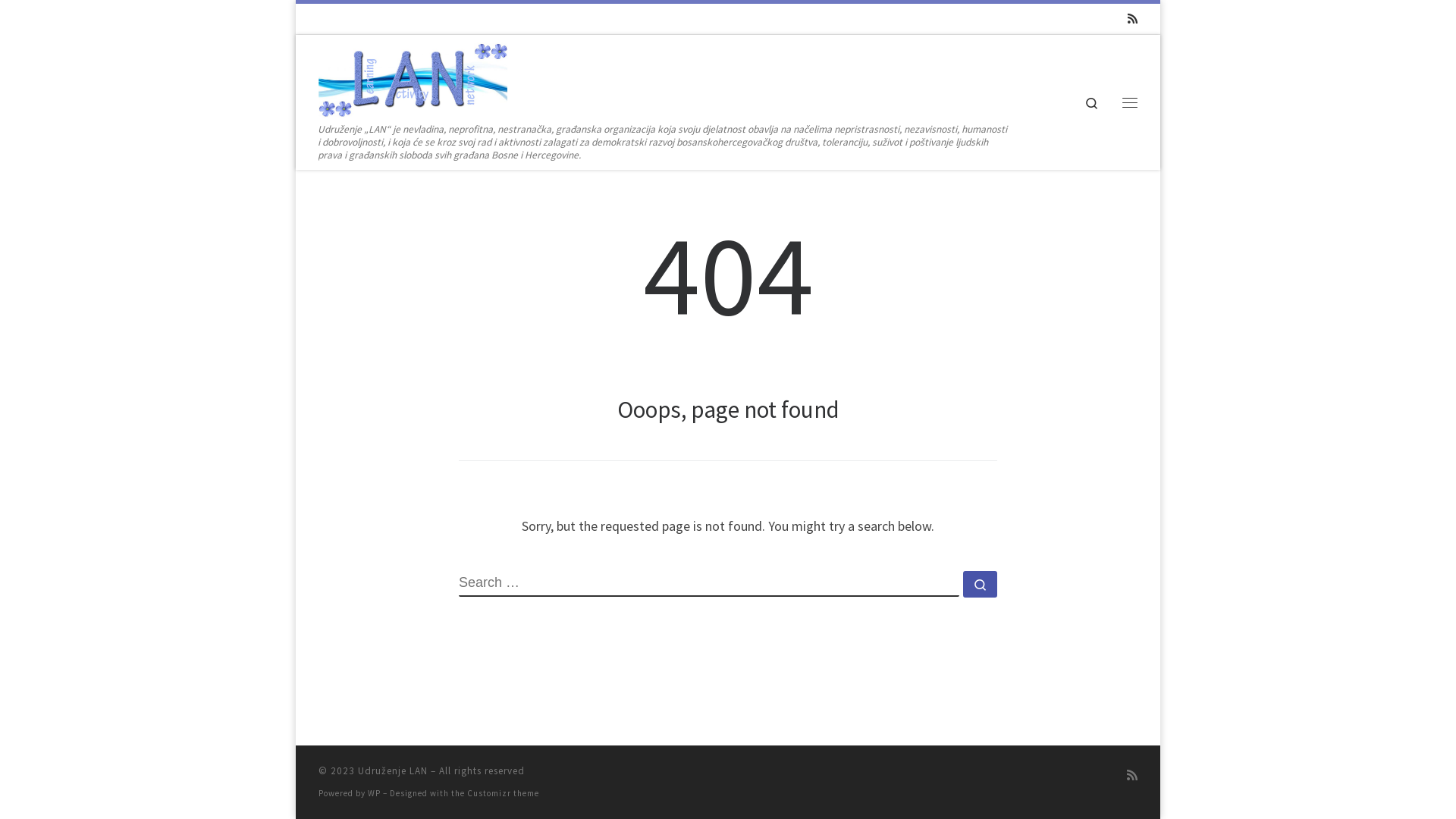 The height and width of the screenshot is (819, 1456). What do you see at coordinates (374, 792) in the screenshot?
I see `'WP'` at bounding box center [374, 792].